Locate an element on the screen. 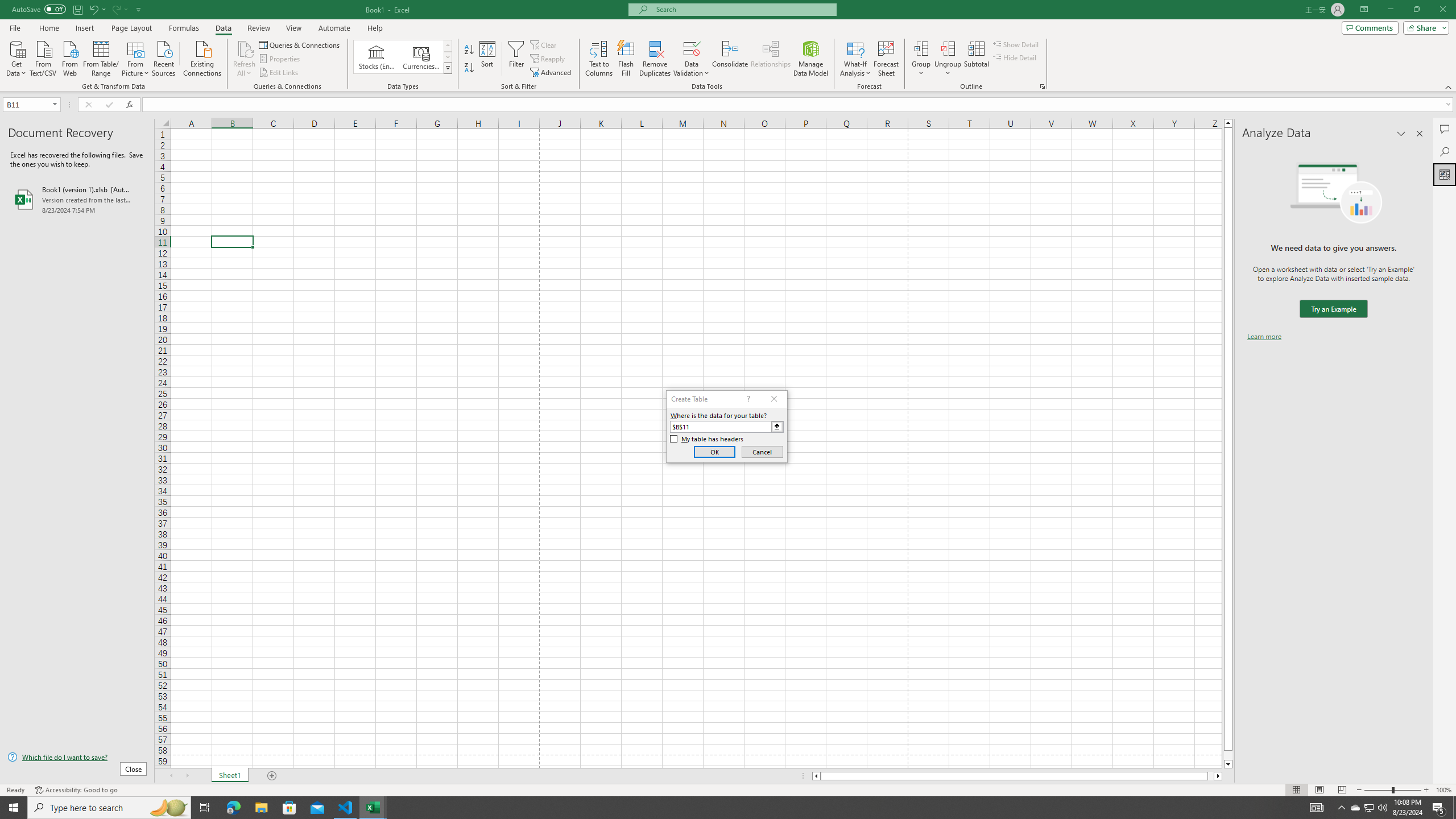 Image resolution: width=1456 pixels, height=819 pixels. 'Data Types' is located at coordinates (448, 67).